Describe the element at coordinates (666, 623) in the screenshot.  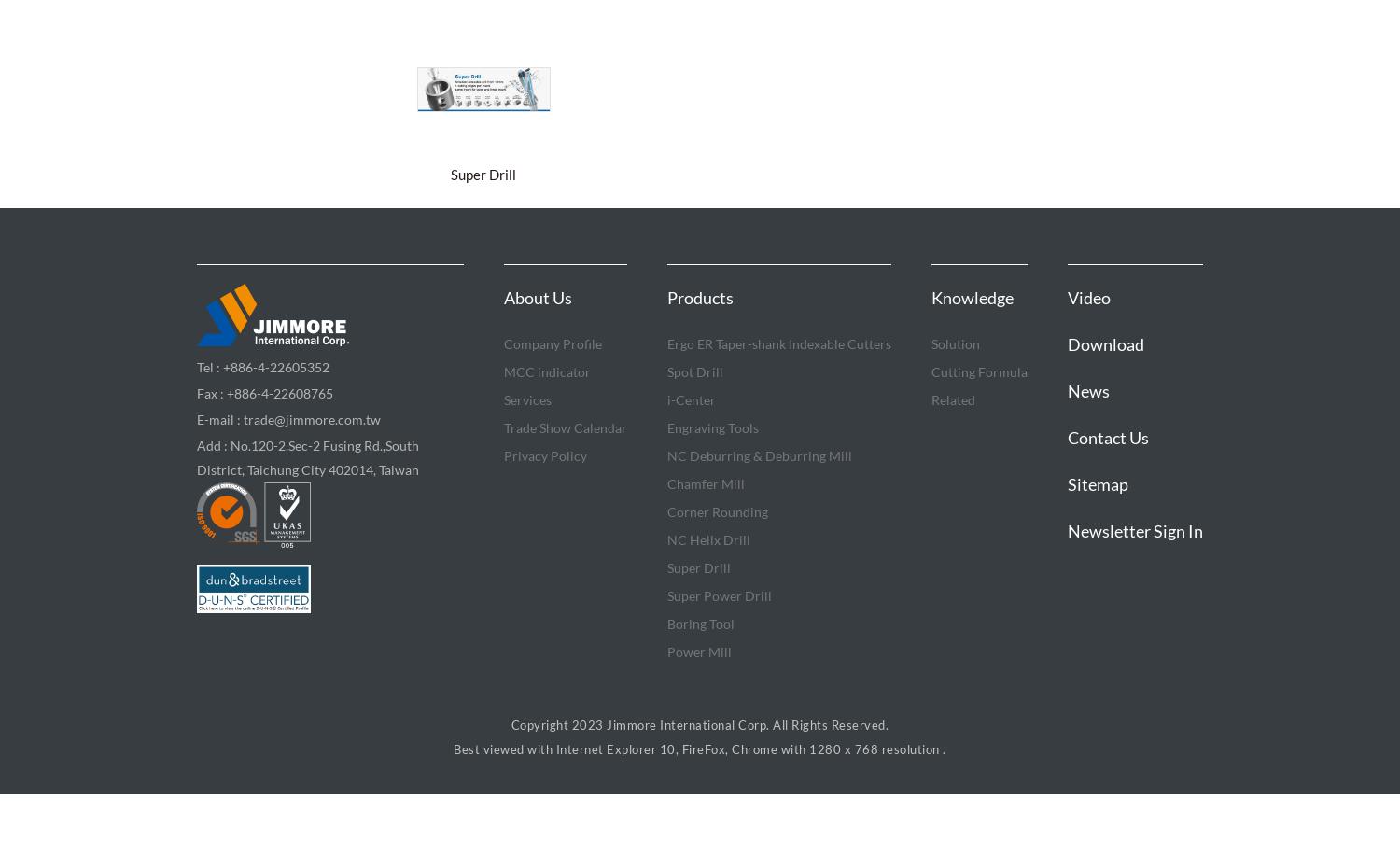
I see `'Boring Tool'` at that location.